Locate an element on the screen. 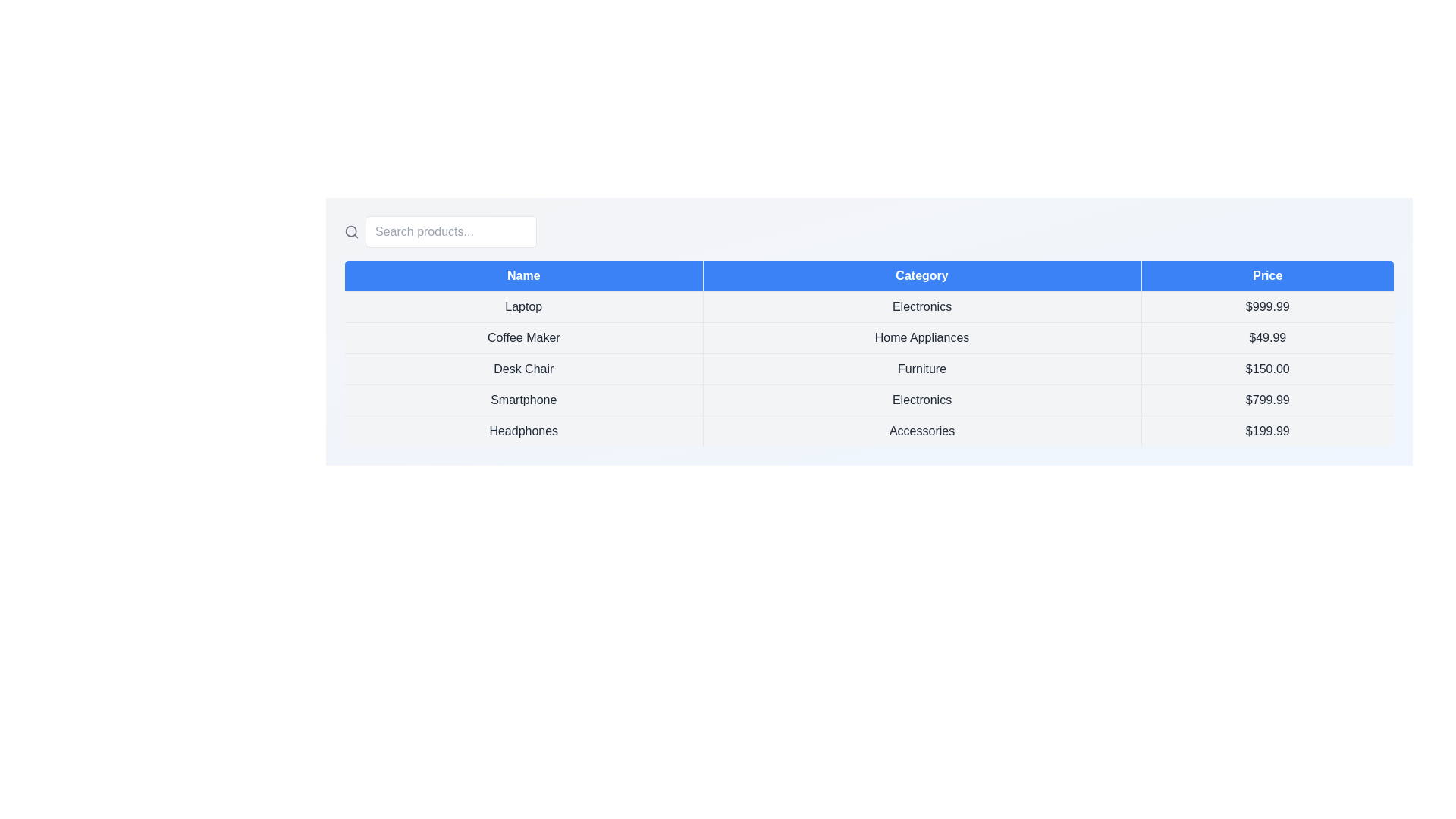 The image size is (1456, 819). the first row in the table that describes the product 'Laptop' under the category 'Electronics' with a price of '$999.99' is located at coordinates (869, 307).